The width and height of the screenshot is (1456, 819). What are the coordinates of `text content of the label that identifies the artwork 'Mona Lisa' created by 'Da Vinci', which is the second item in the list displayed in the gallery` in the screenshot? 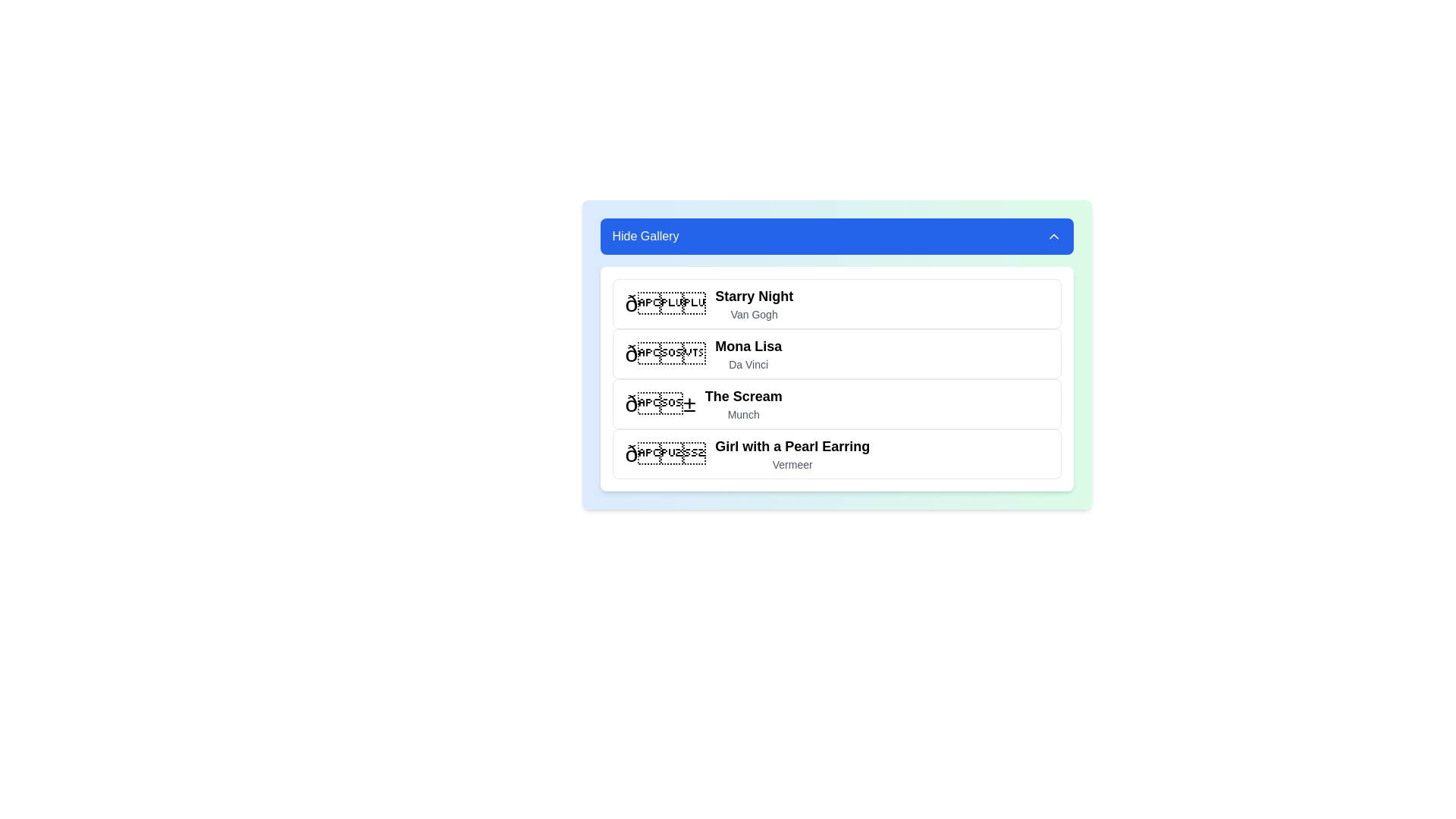 It's located at (748, 353).